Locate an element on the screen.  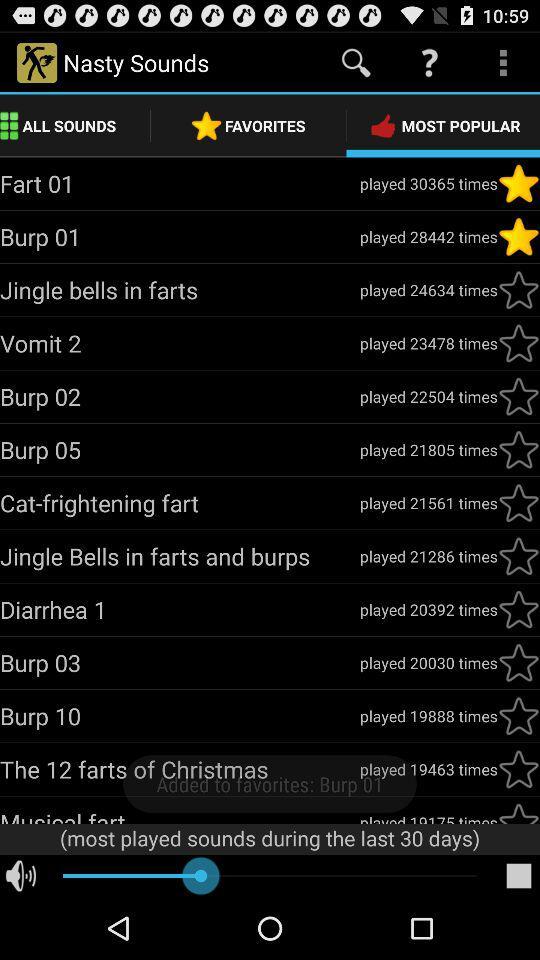
favorite is located at coordinates (518, 662).